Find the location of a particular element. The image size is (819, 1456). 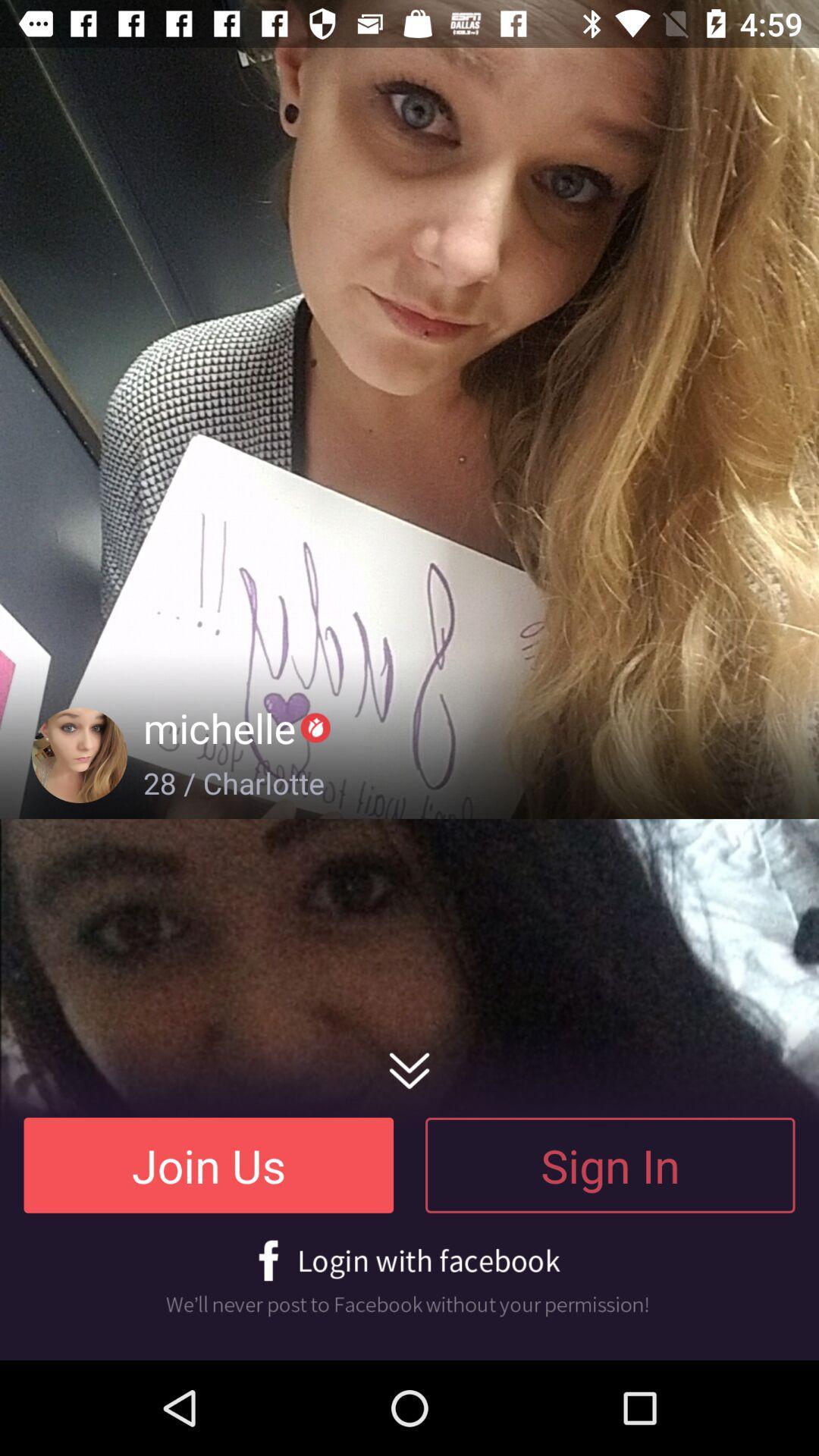

the icon at the bottom left corner is located at coordinates (209, 1164).